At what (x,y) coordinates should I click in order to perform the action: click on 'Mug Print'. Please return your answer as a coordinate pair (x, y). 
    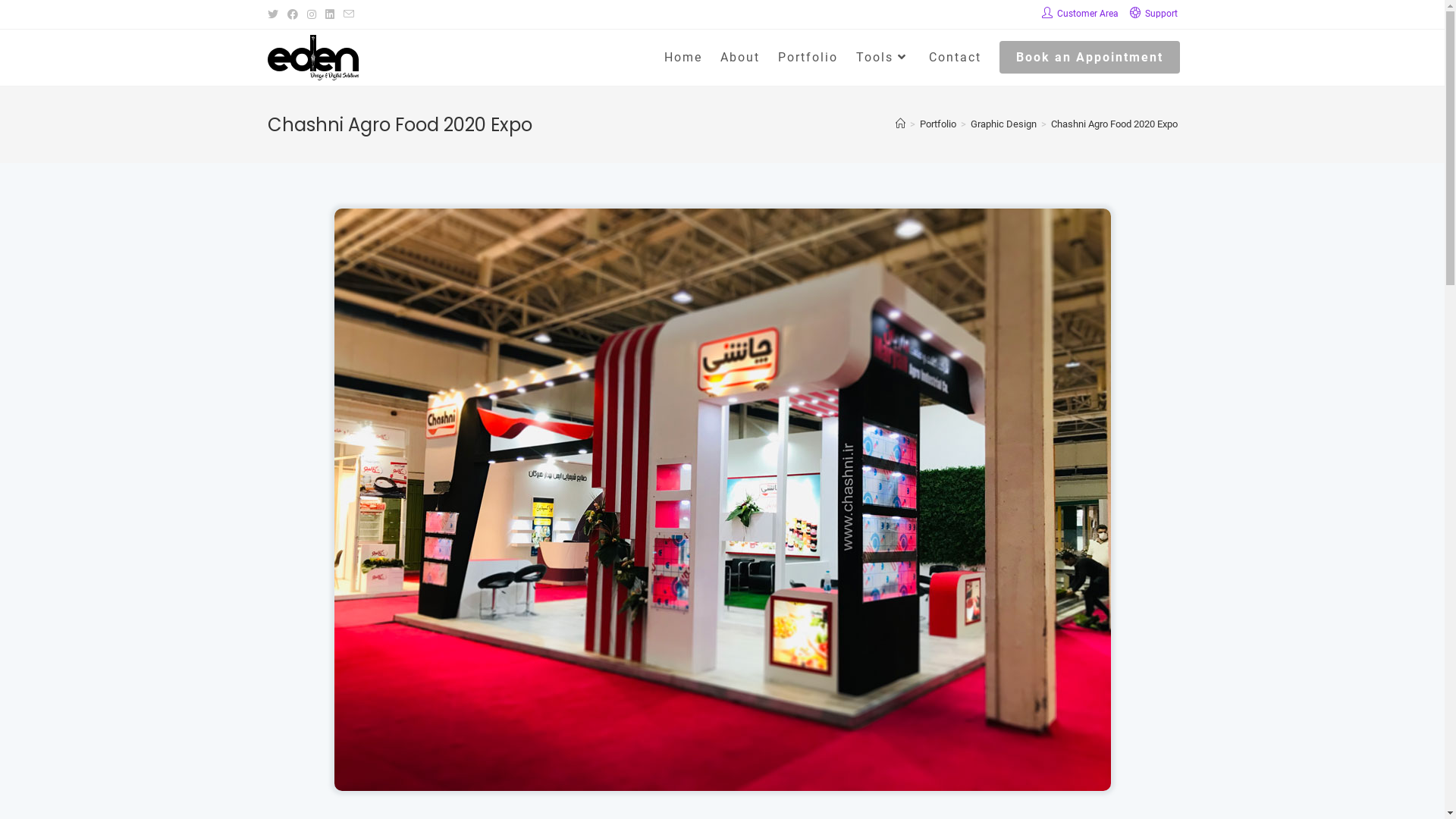
    Looking at the image, I should click on (1062, 657).